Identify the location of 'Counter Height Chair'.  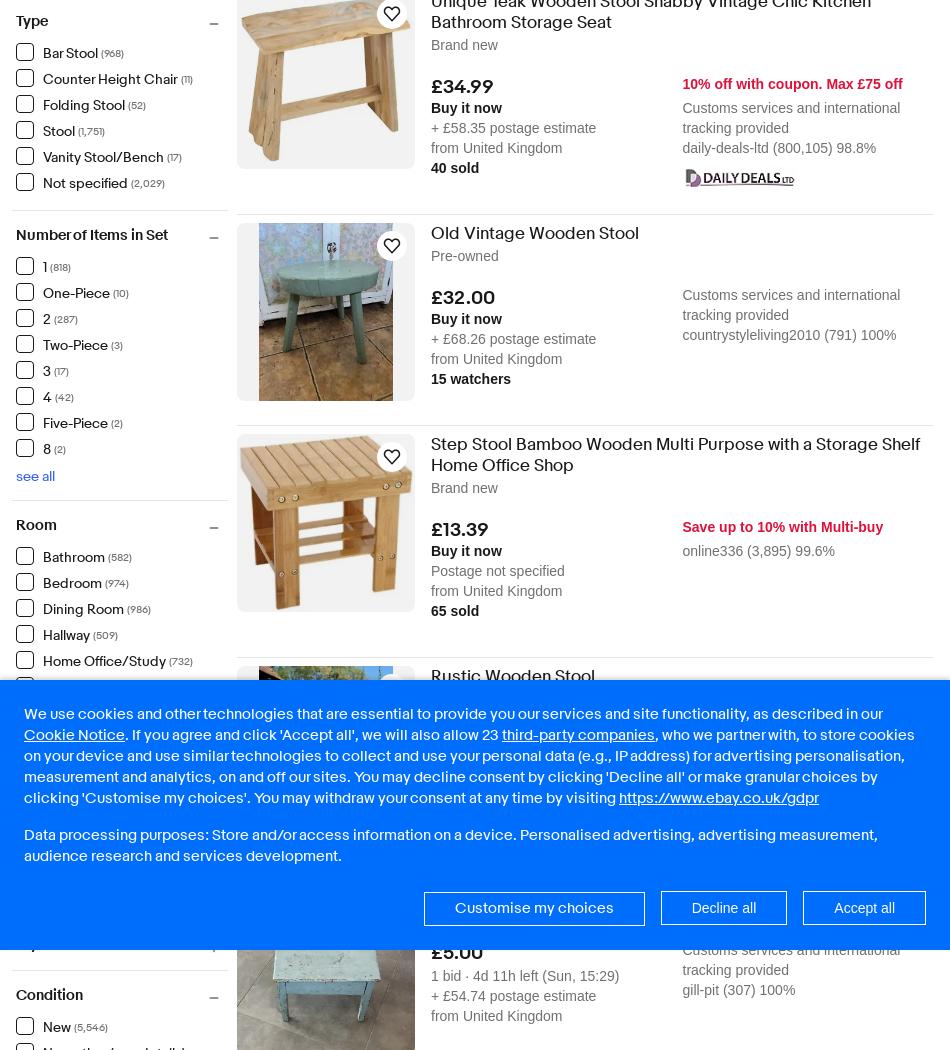
(110, 78).